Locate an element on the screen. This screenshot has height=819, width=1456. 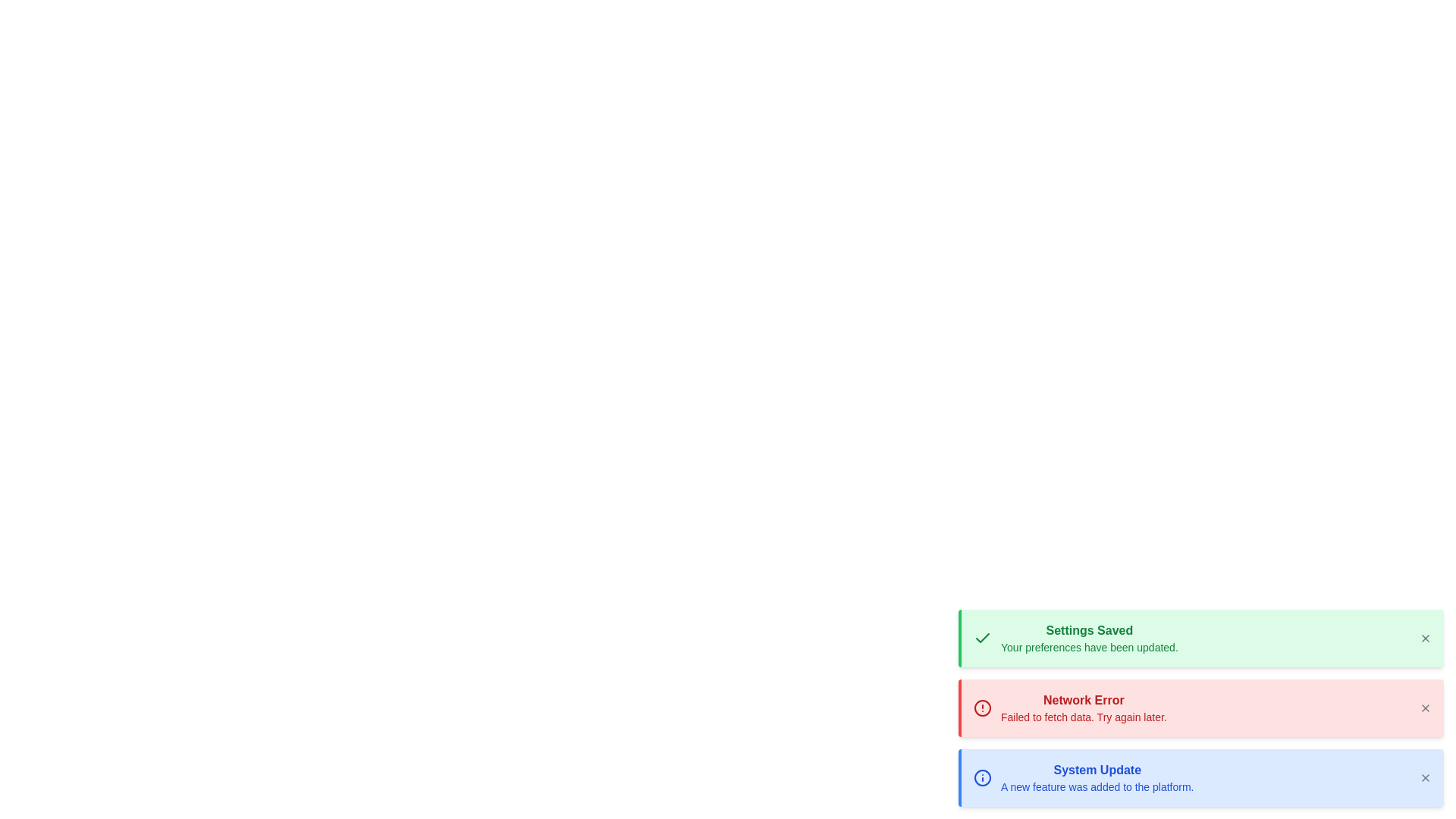
the close icon button located at the far right of the 'Settings Saved' notification box is located at coordinates (1425, 638).